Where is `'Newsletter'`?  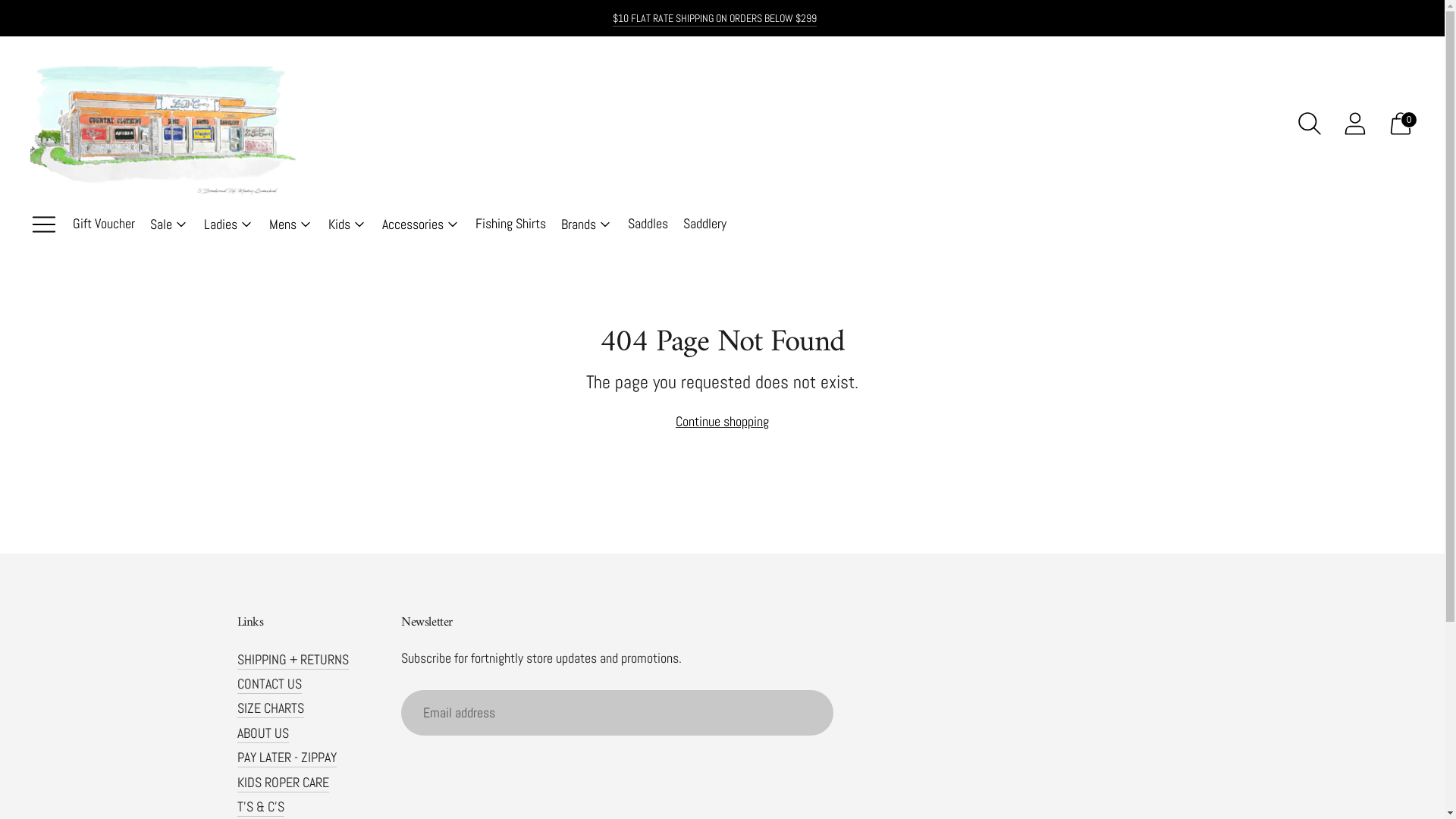 'Newsletter' is located at coordinates (640, 623).